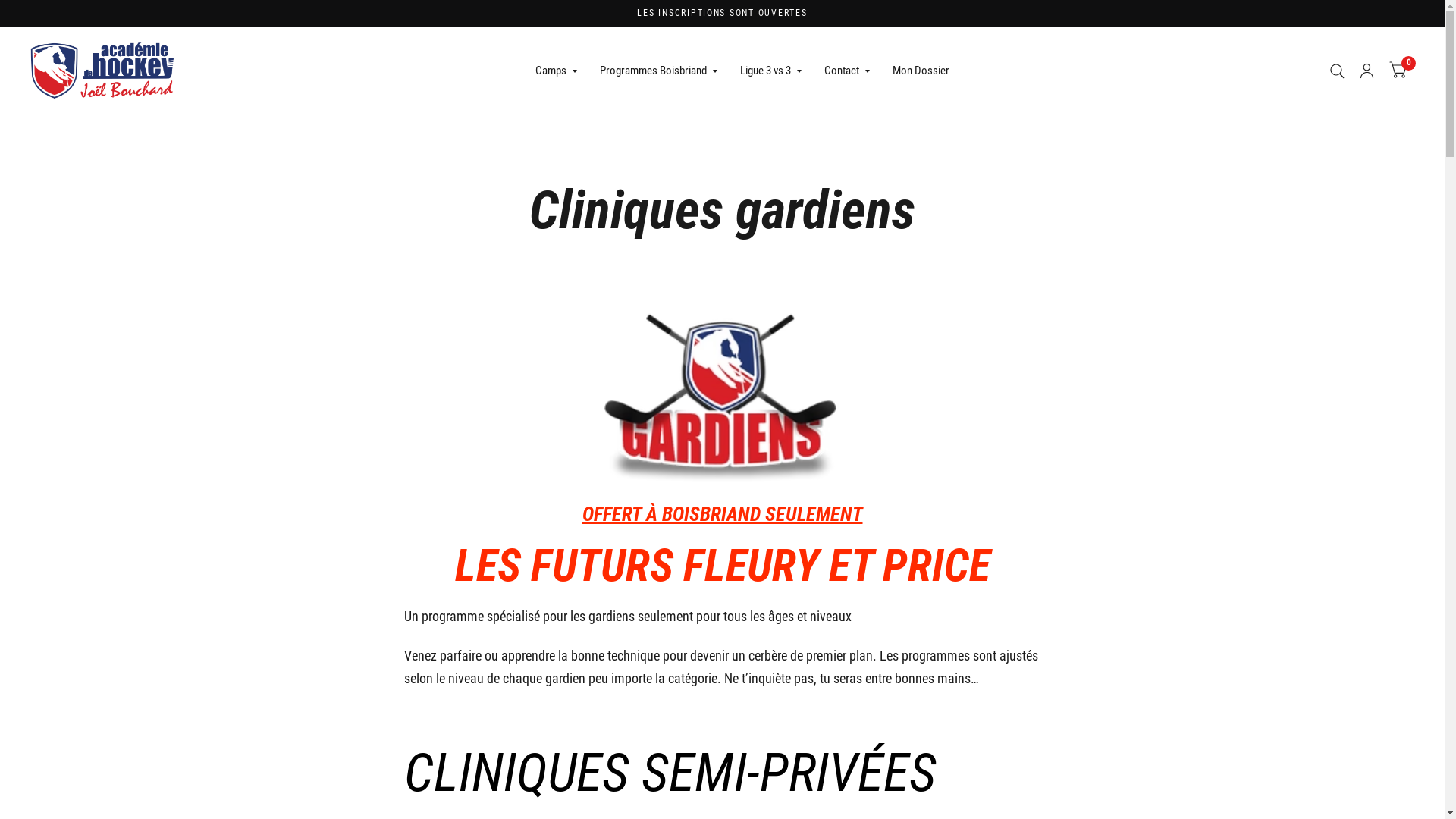 This screenshot has width=1456, height=819. What do you see at coordinates (846, 71) in the screenshot?
I see `'Contact'` at bounding box center [846, 71].